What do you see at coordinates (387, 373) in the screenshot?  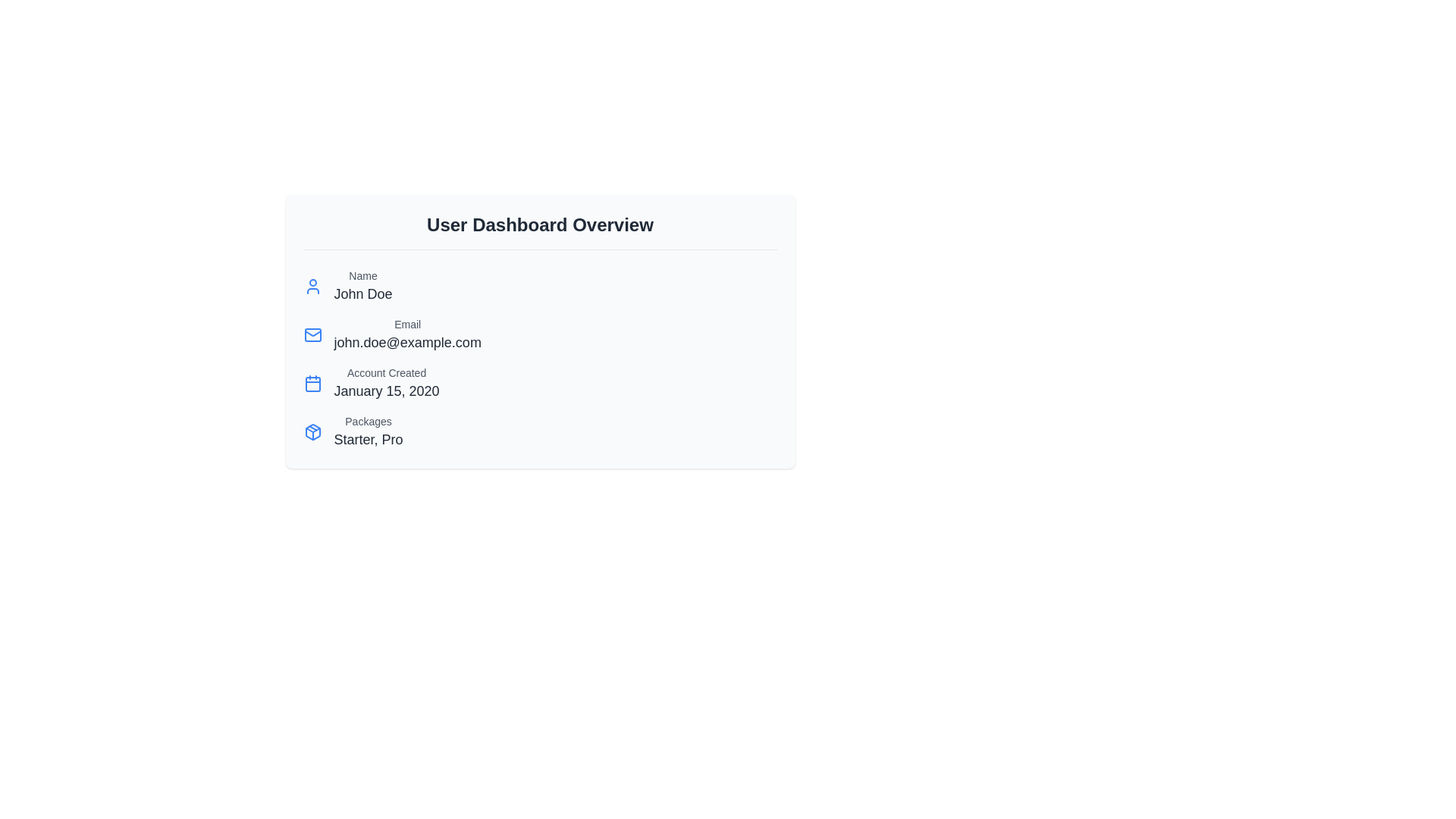 I see `the Static Text Label that reads 'Account Created', which is aligned with the left side of the UI, located below the email information section and above the date text` at bounding box center [387, 373].